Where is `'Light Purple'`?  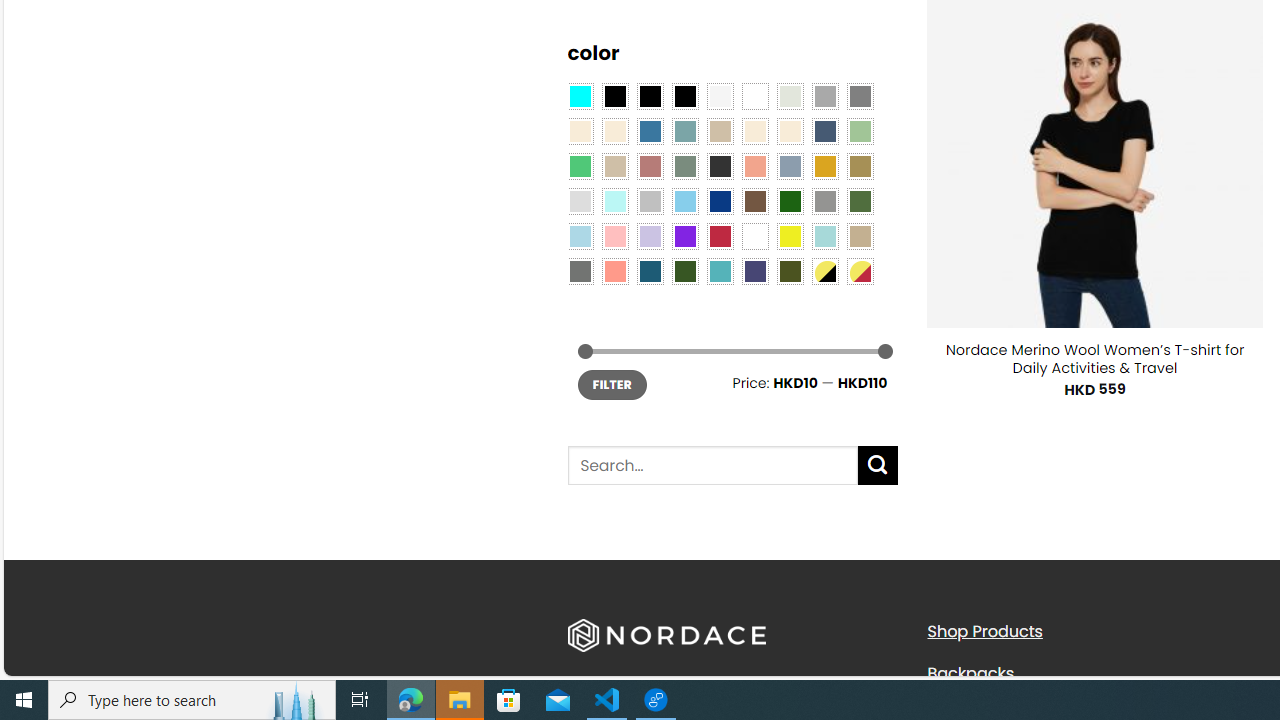 'Light Purple' is located at coordinates (650, 235).